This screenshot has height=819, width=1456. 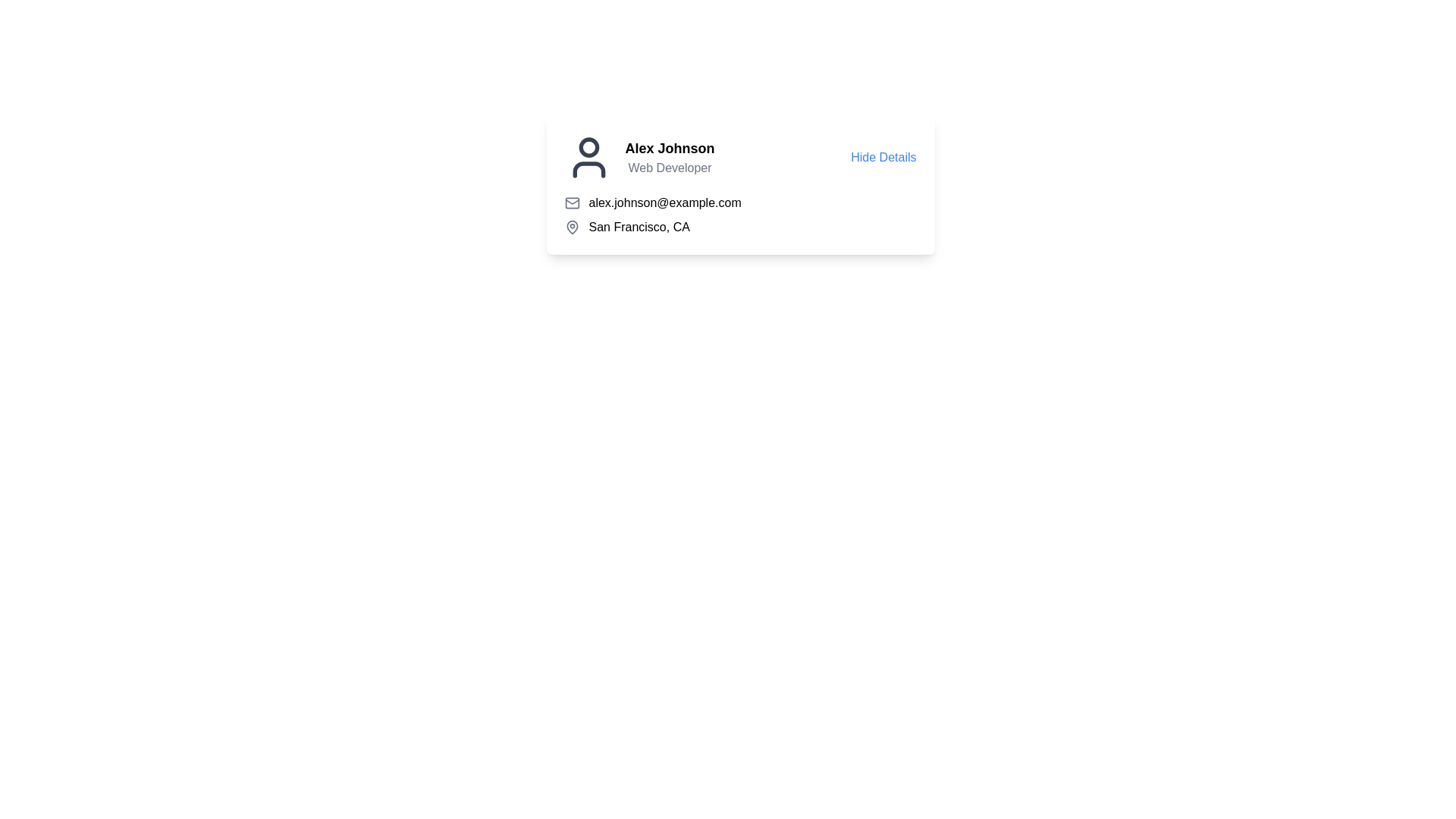 What do you see at coordinates (883, 158) in the screenshot?
I see `the button located at the top-right corner of the user information card, specifically to the right of the text 'Web Developer'` at bounding box center [883, 158].